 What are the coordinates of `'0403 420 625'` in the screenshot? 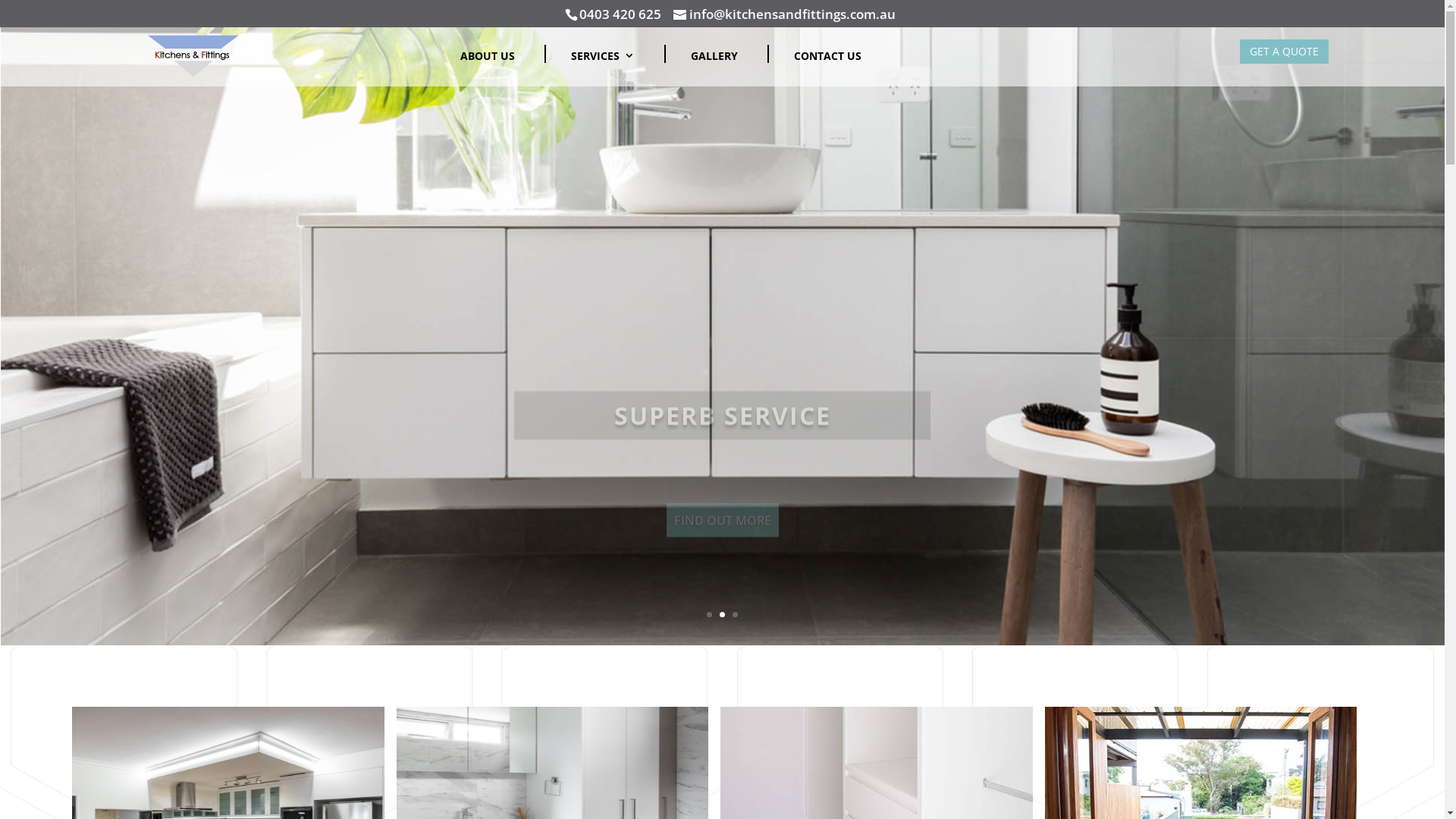 It's located at (620, 14).